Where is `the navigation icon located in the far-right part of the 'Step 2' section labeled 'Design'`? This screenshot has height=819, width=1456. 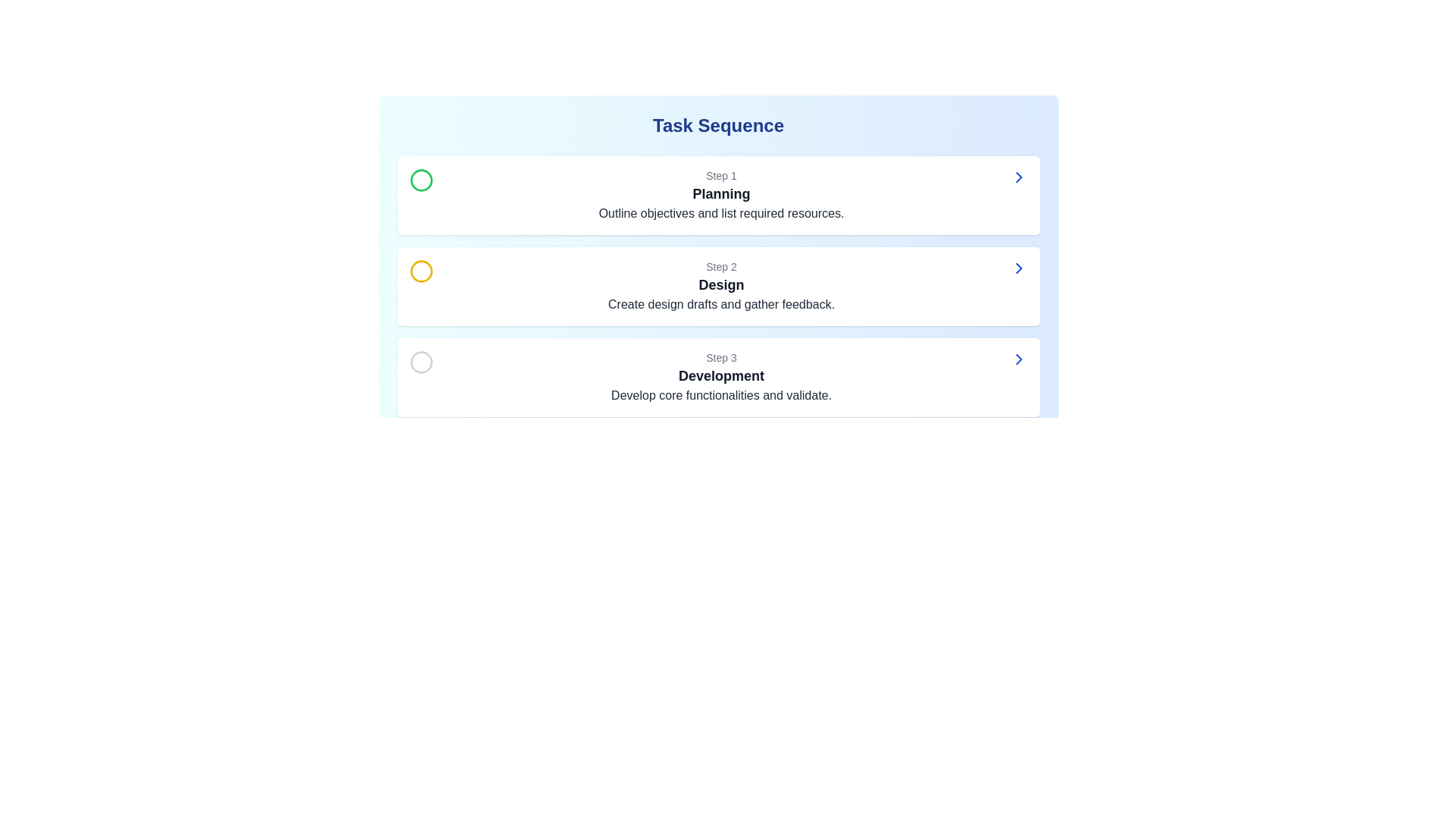 the navigation icon located in the far-right part of the 'Step 2' section labeled 'Design' is located at coordinates (1018, 268).